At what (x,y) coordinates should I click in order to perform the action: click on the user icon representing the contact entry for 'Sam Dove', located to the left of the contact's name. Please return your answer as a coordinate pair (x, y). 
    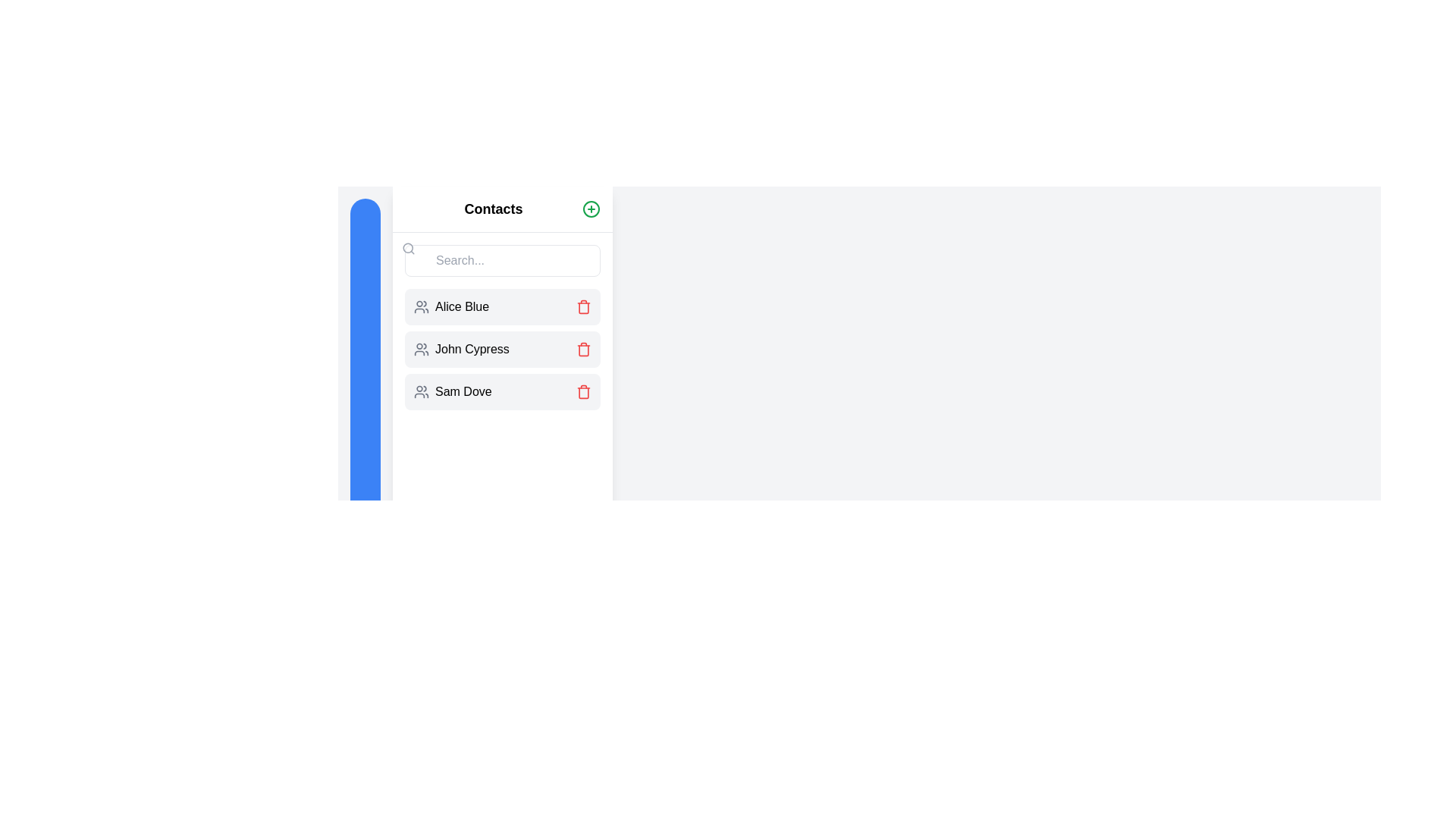
    Looking at the image, I should click on (422, 391).